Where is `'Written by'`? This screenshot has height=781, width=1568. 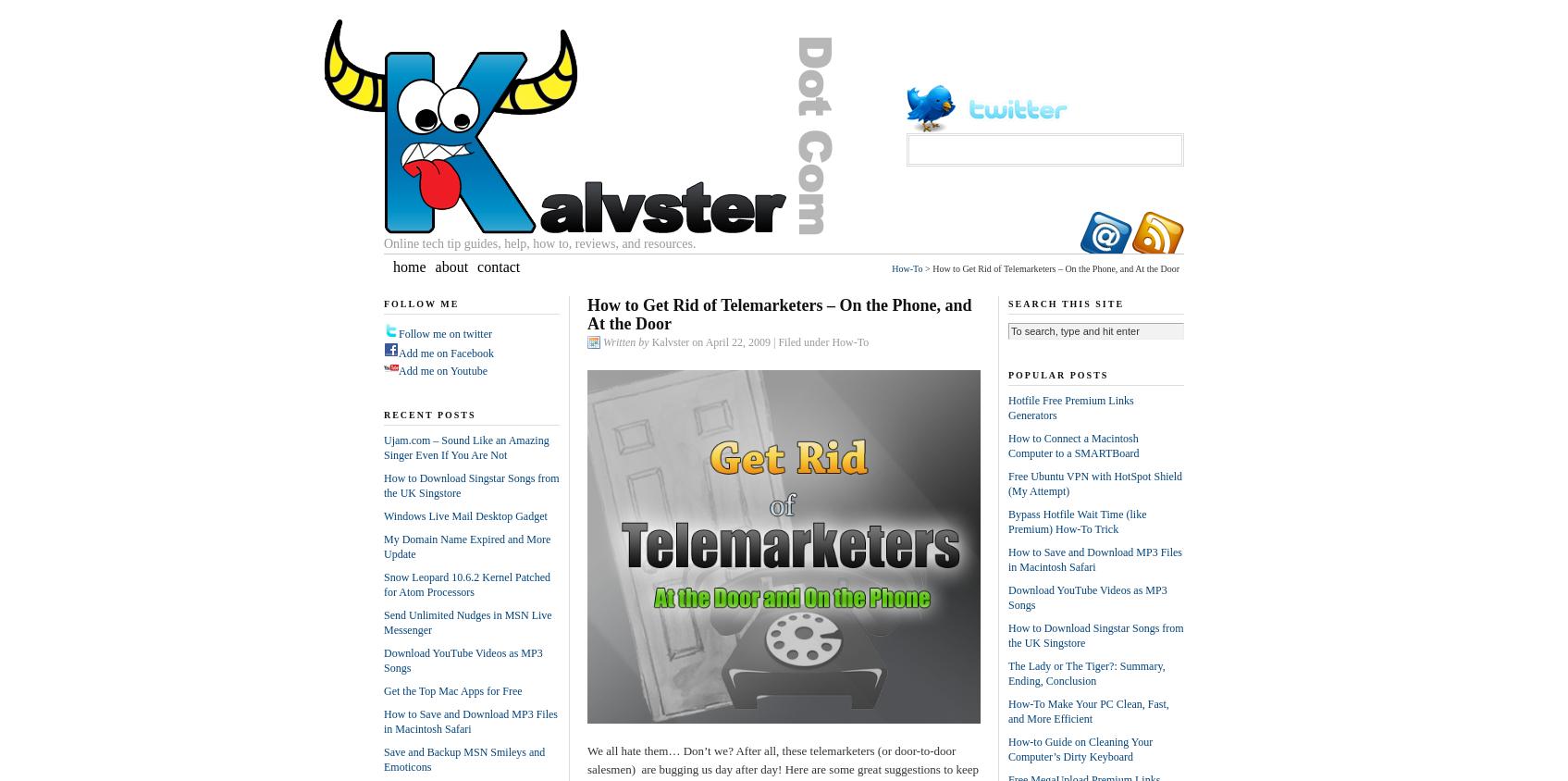
'Written by' is located at coordinates (627, 341).